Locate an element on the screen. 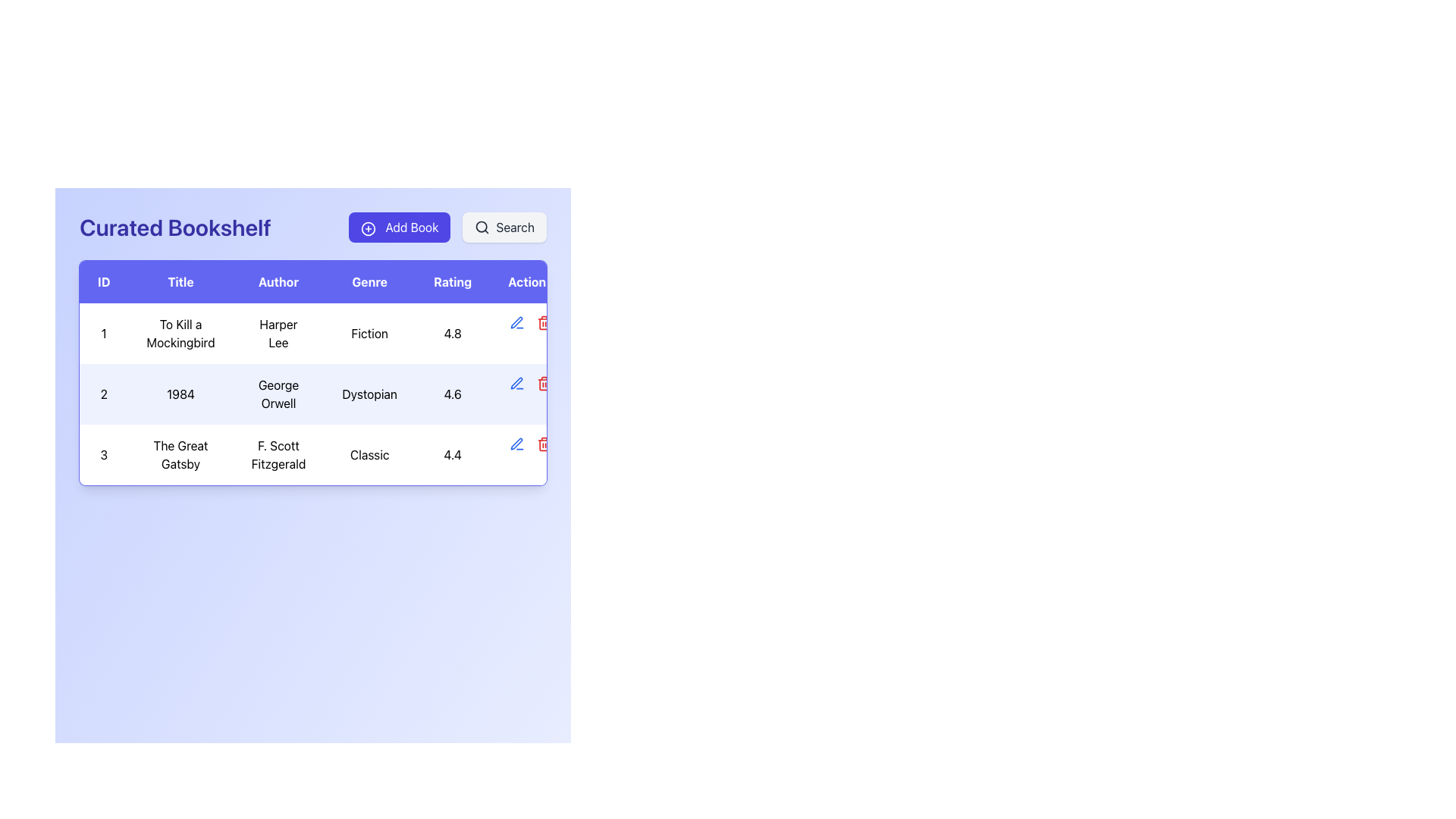 The width and height of the screenshot is (1456, 819). static text element representing the author of the book '1984' in the Curated Bookshelf table, located in the third column of the second row is located at coordinates (278, 394).